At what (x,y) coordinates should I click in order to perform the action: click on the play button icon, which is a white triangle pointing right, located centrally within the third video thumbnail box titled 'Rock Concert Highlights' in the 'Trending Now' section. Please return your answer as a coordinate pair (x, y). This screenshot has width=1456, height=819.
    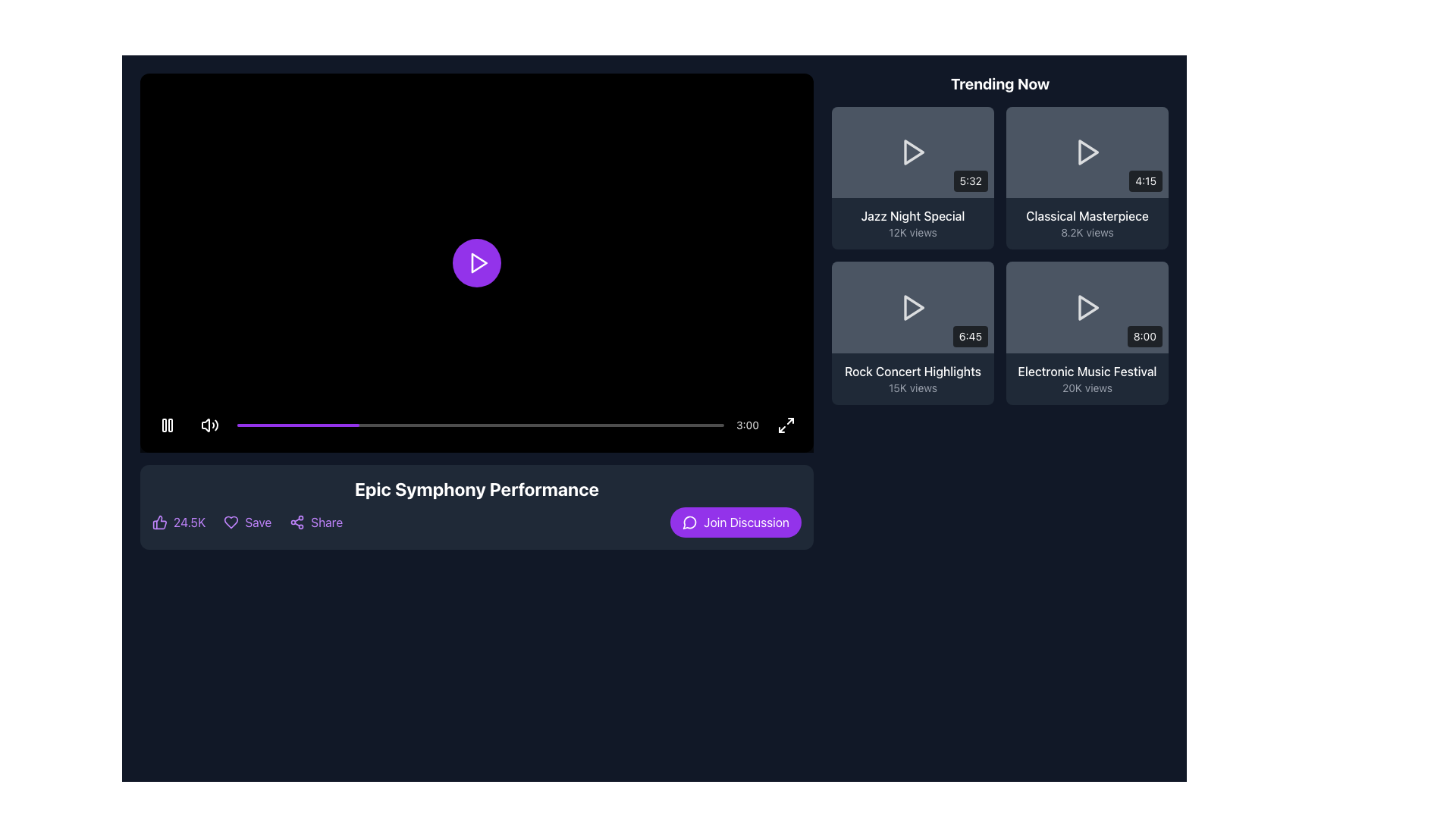
    Looking at the image, I should click on (912, 307).